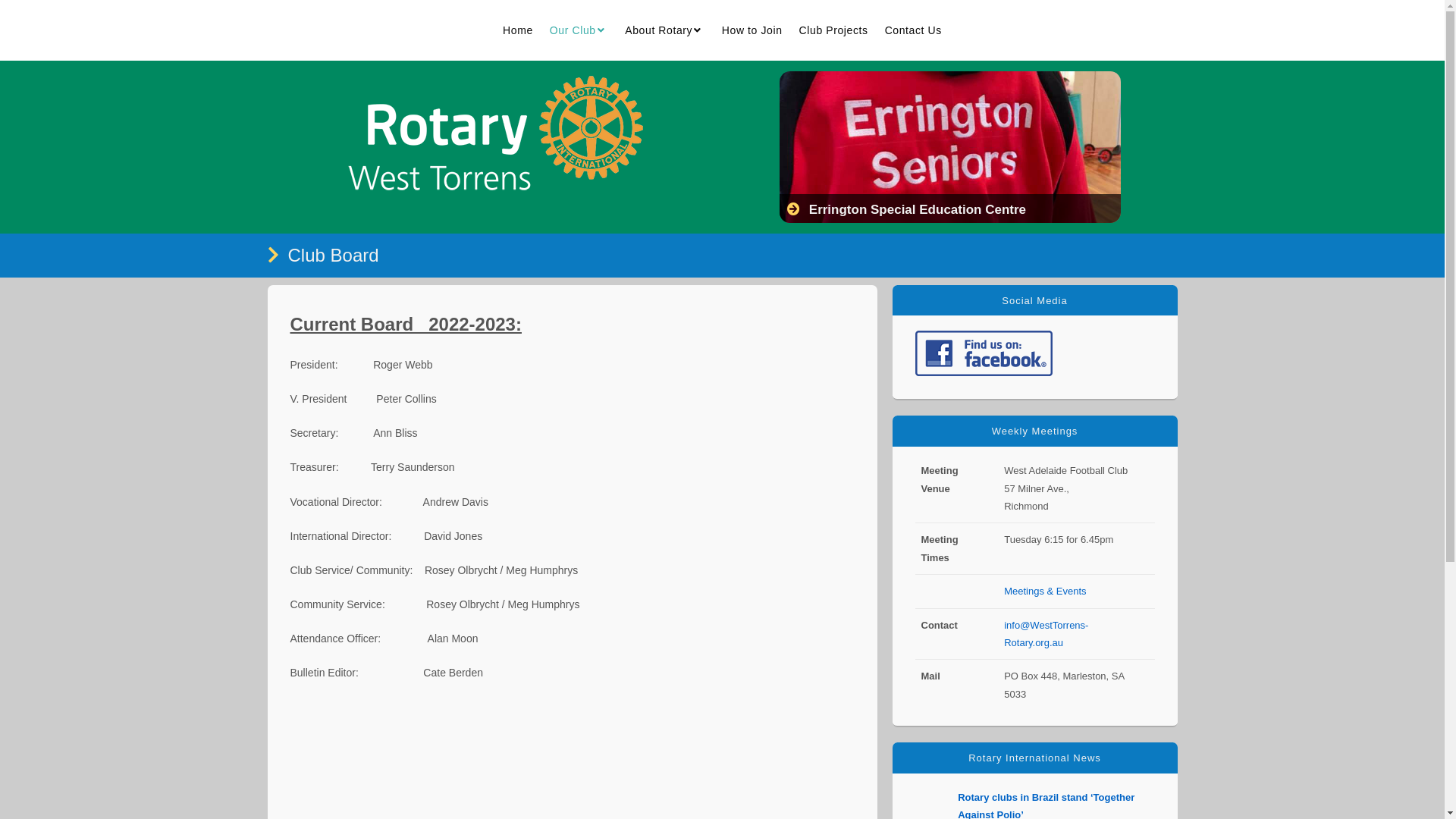 The image size is (1456, 819). I want to click on 'About Rotary', so click(616, 30).